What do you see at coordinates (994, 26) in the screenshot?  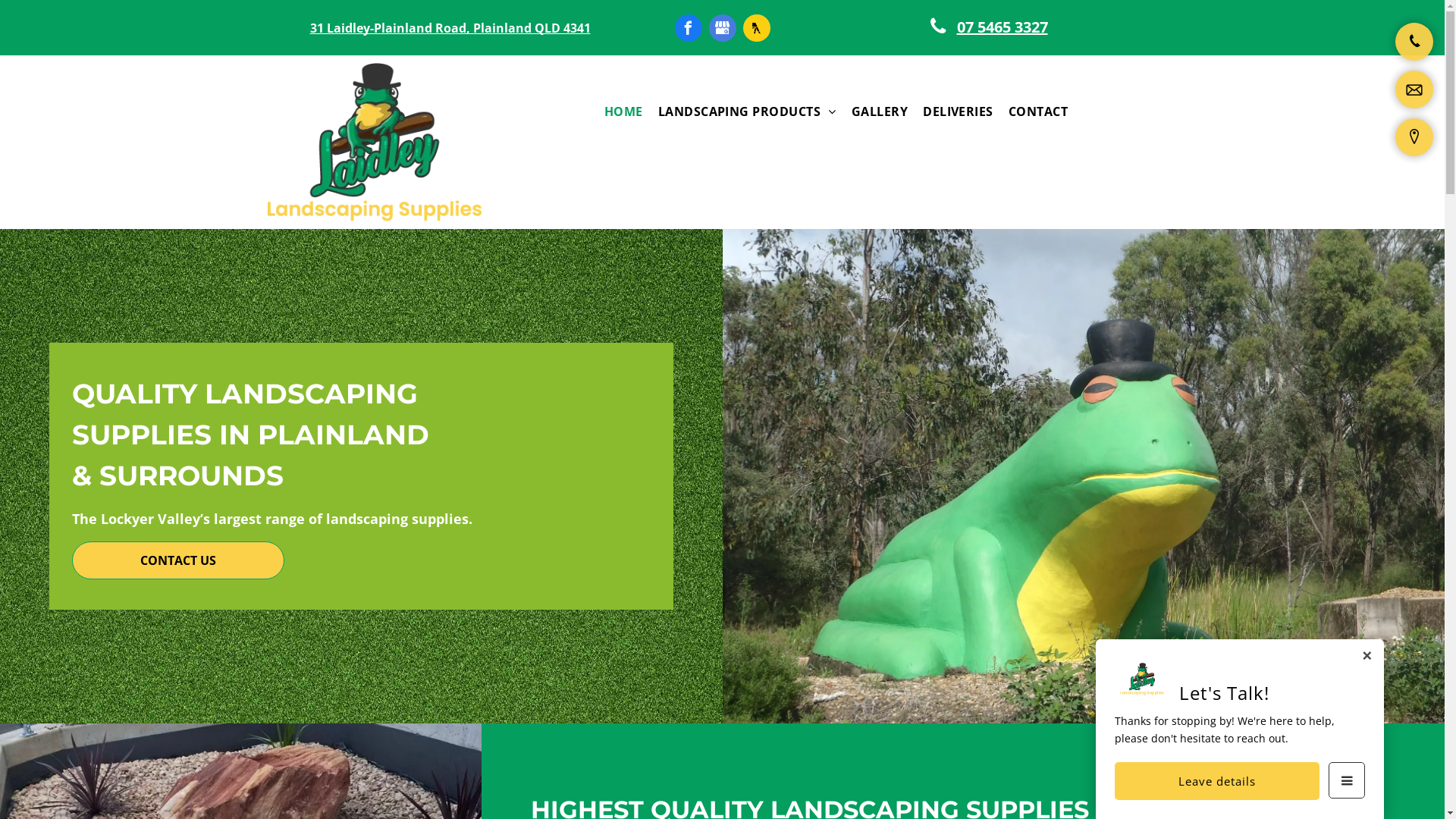 I see `'07 5465 3327'` at bounding box center [994, 26].